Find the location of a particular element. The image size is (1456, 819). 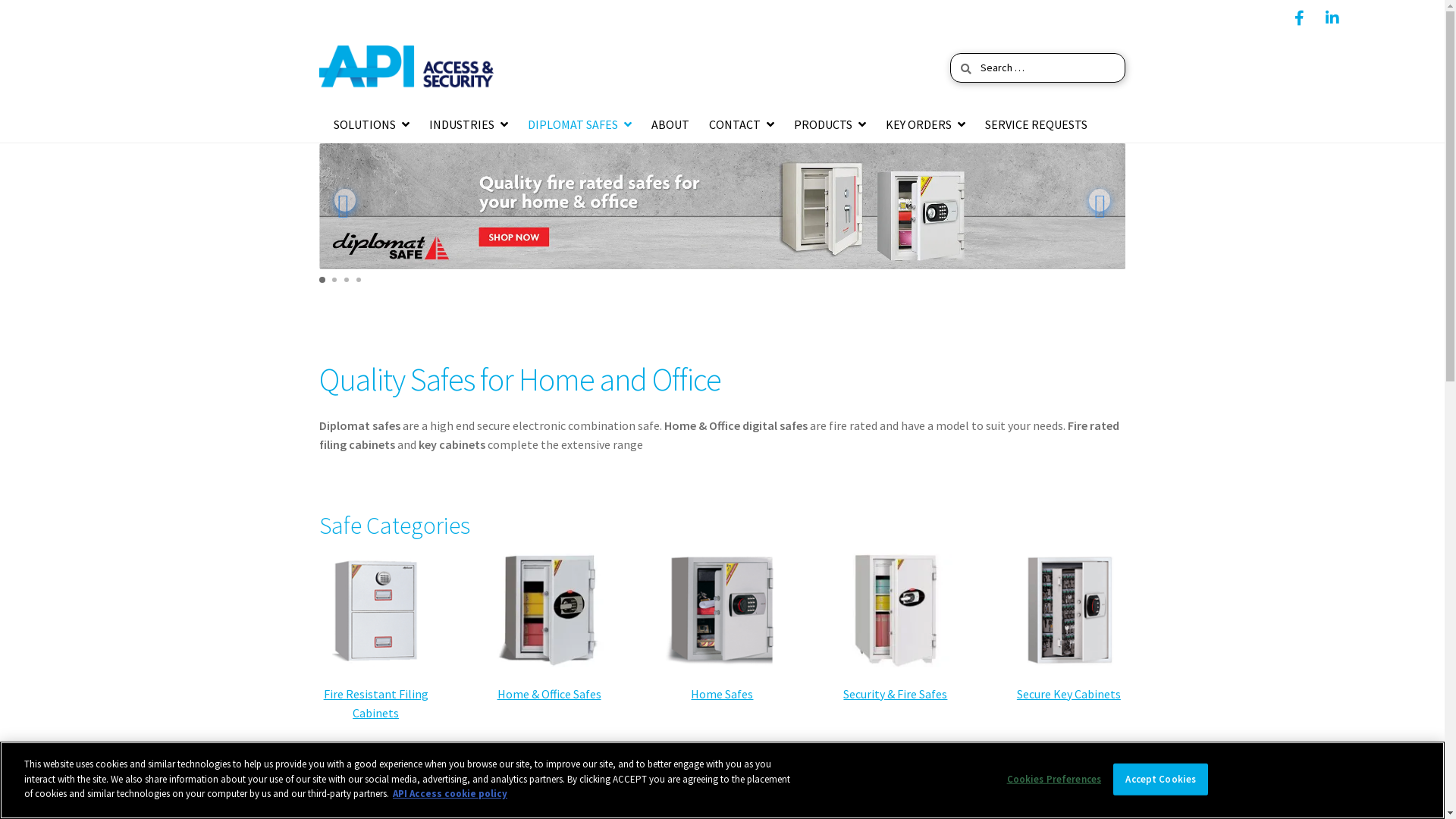

'PRODUCTS' is located at coordinates (829, 124).